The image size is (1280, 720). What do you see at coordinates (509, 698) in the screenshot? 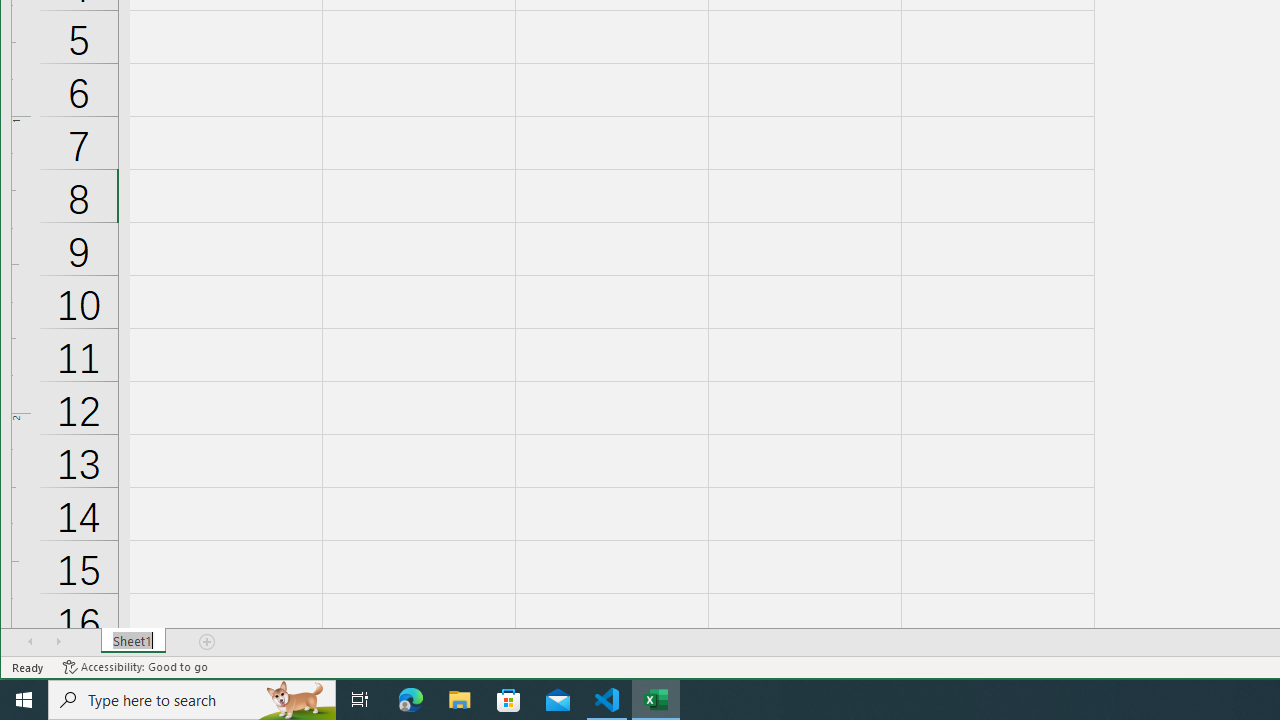
I see `'Microsoft Store'` at bounding box center [509, 698].